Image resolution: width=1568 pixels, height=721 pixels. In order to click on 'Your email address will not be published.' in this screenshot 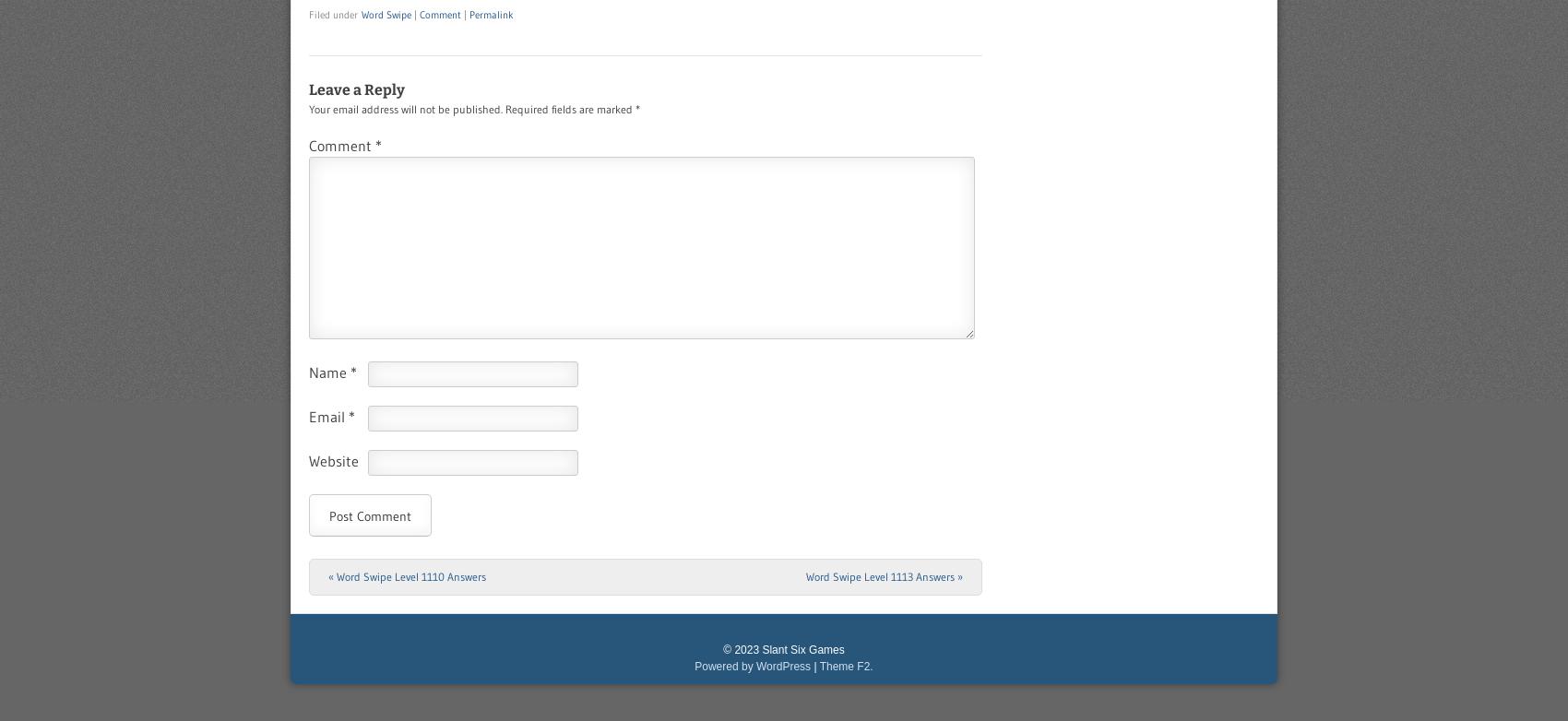, I will do `click(405, 109)`.